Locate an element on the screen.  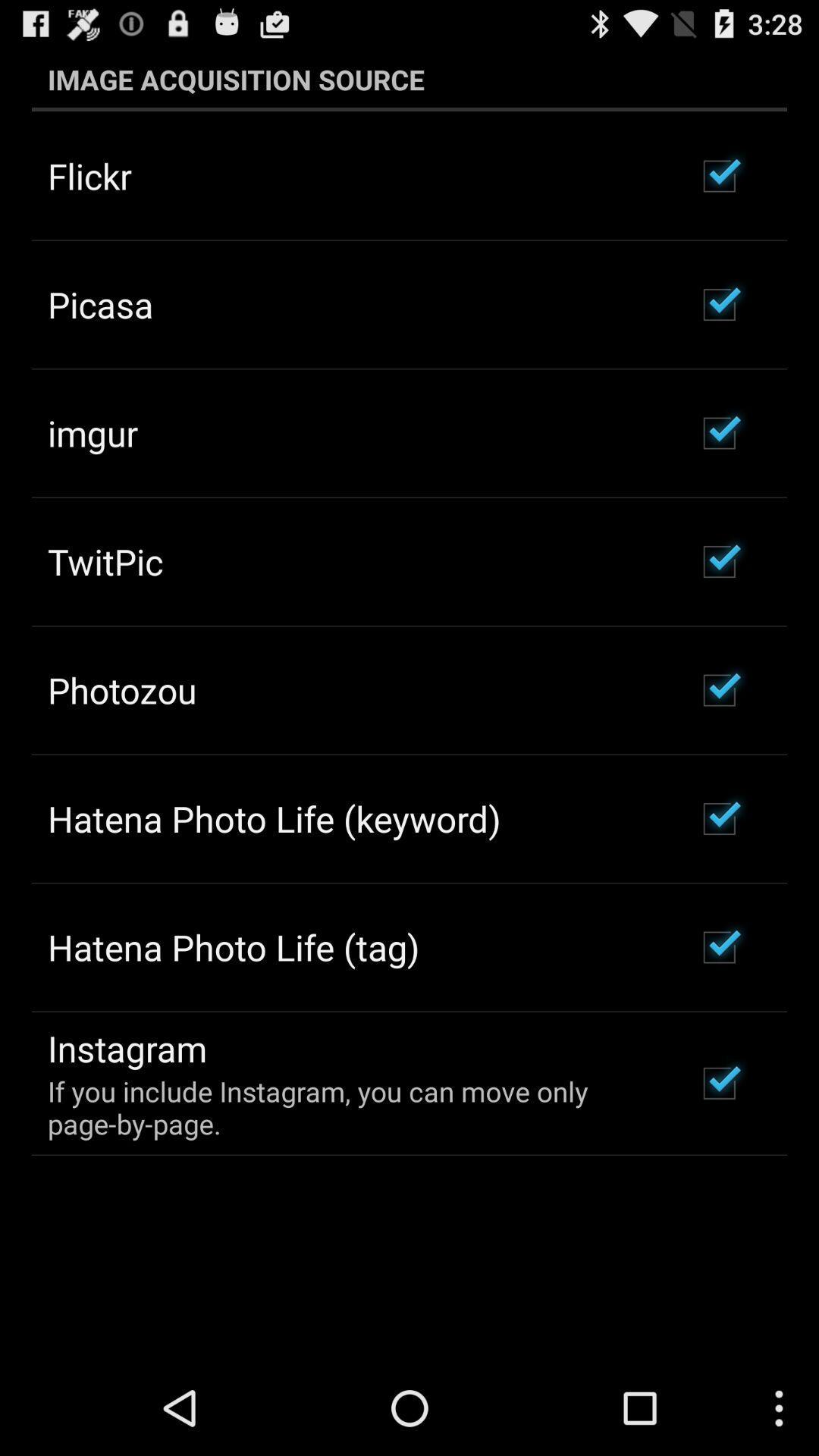
the checkbox just right to flickr is located at coordinates (718, 177).